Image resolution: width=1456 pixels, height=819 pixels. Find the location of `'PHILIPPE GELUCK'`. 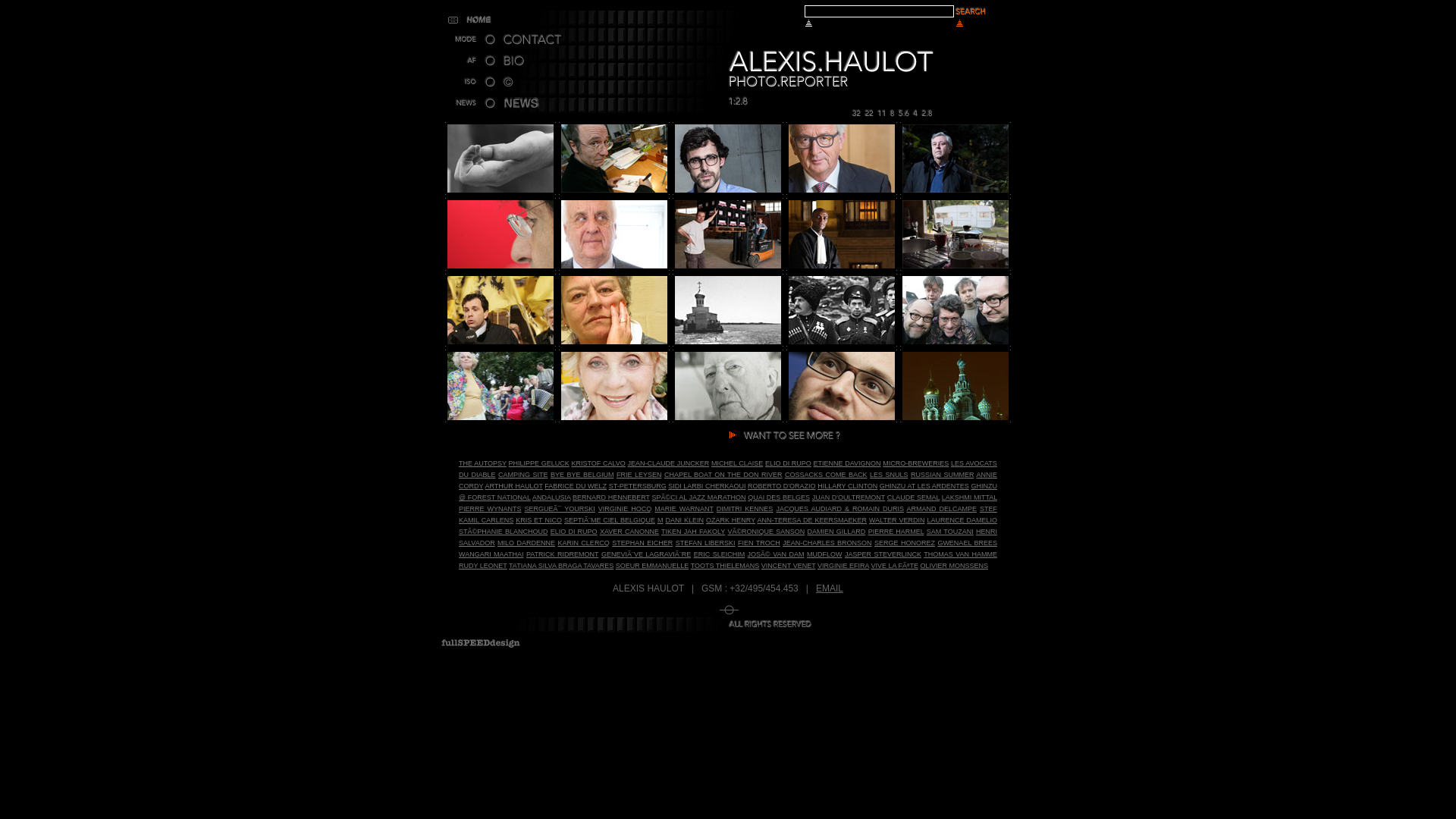

'PHILIPPE GELUCK' is located at coordinates (538, 462).